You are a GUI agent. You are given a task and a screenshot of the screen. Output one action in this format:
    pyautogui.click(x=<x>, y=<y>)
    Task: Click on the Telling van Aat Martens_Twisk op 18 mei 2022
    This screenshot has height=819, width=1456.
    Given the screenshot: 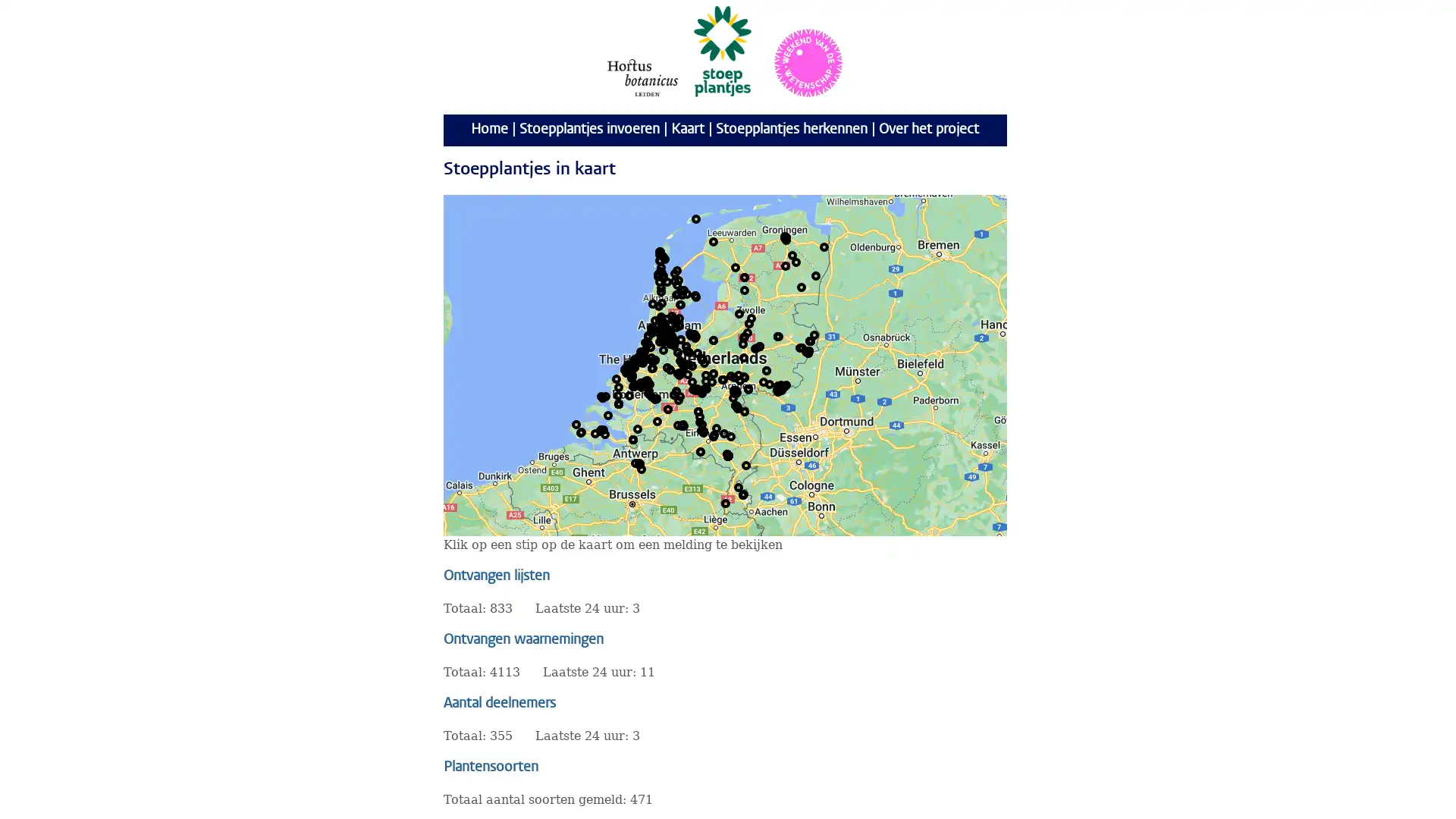 What is the action you would take?
    pyautogui.click(x=660, y=318)
    